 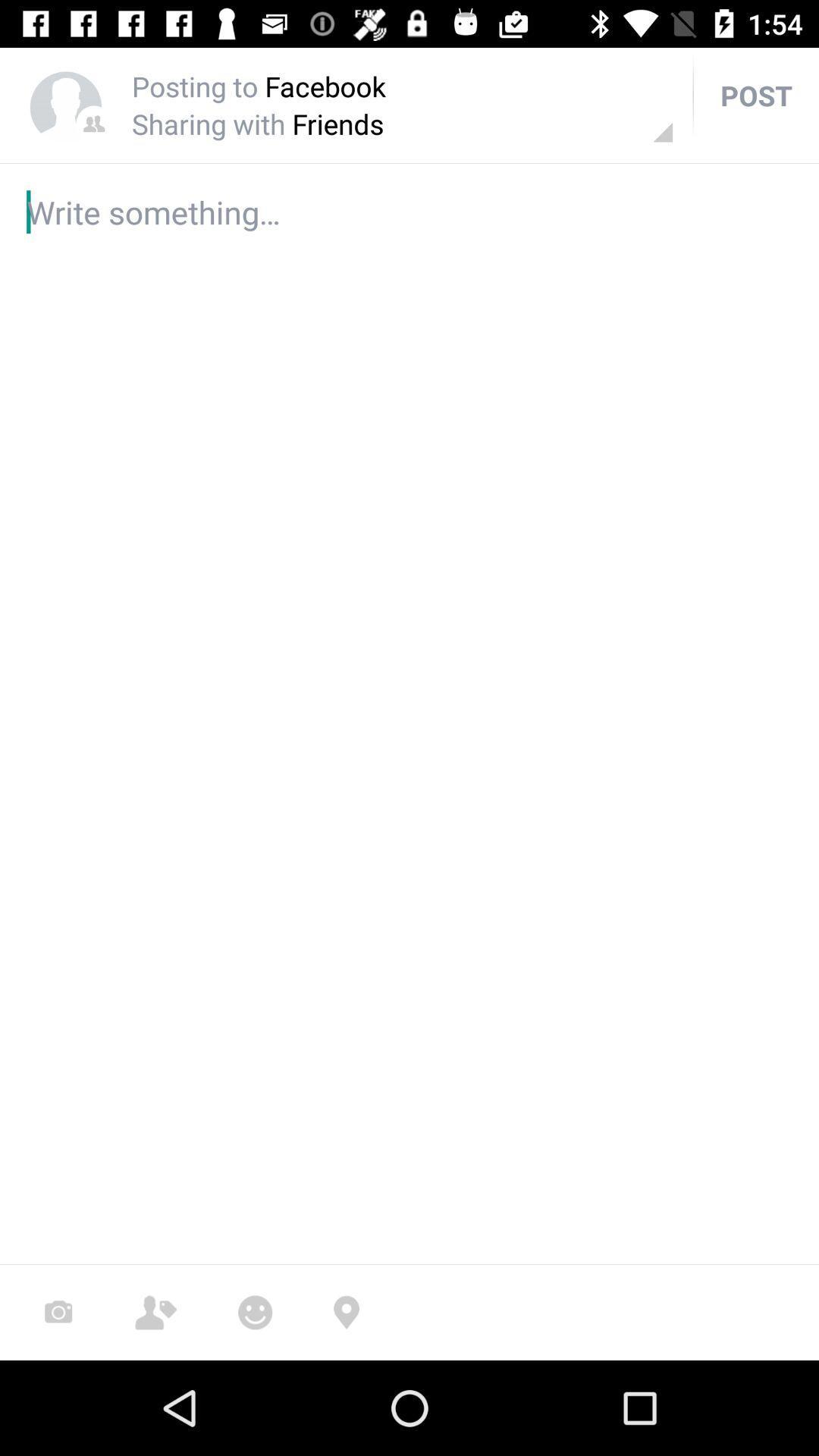 What do you see at coordinates (756, 94) in the screenshot?
I see `the post item` at bounding box center [756, 94].